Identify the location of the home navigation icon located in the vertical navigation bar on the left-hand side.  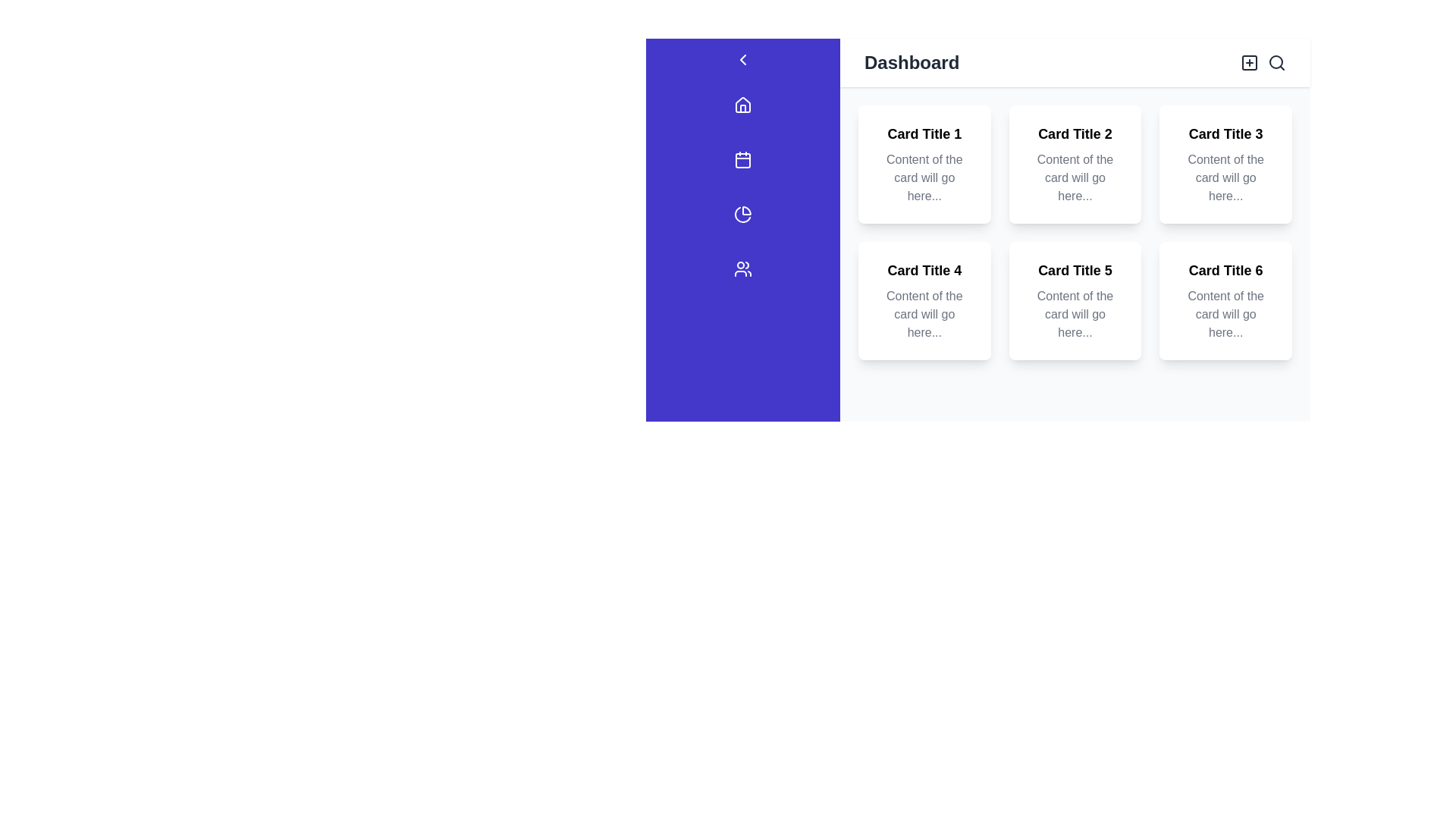
(742, 108).